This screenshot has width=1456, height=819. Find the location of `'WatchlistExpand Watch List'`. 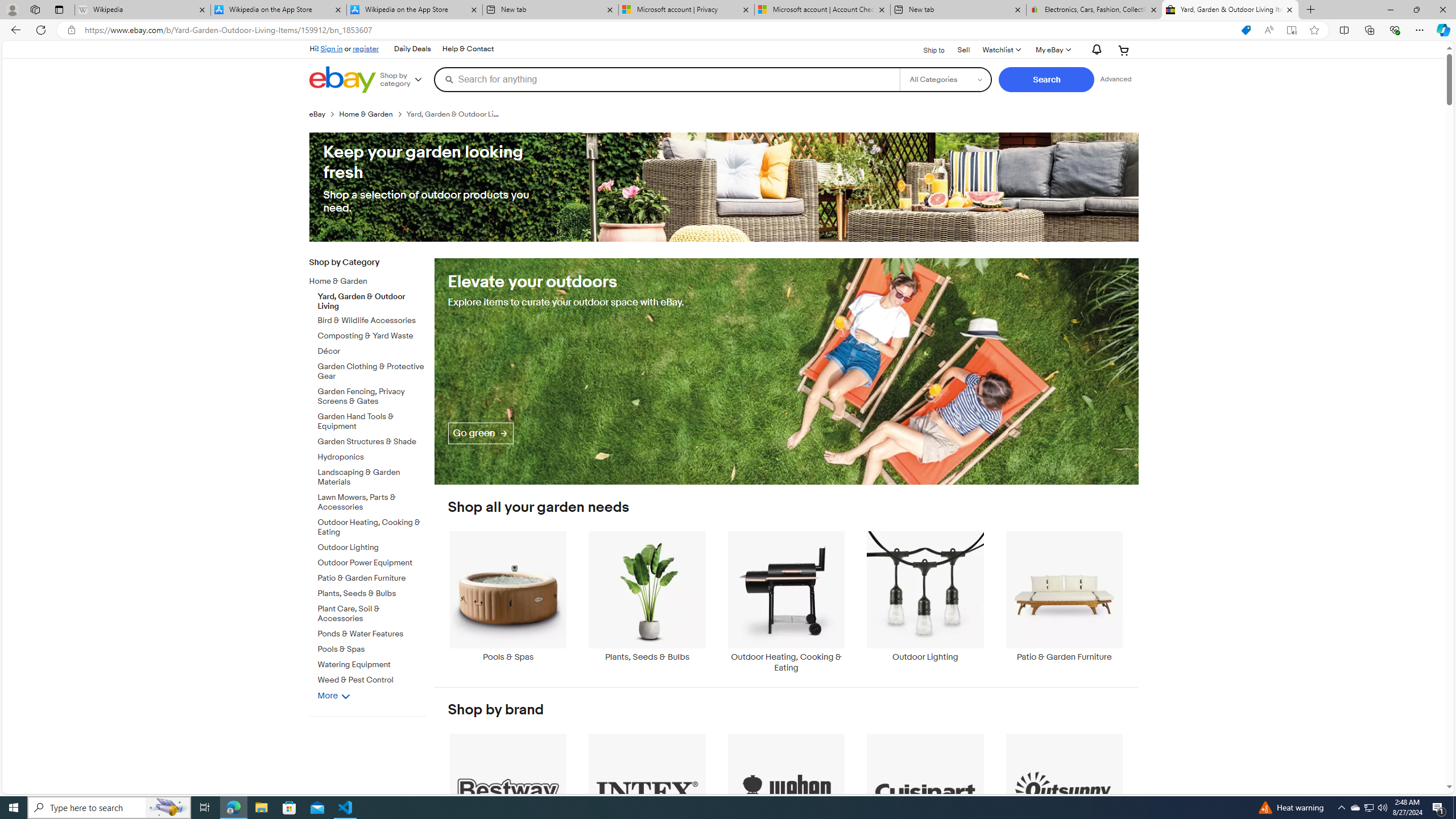

'WatchlistExpand Watch List' is located at coordinates (1001, 49).